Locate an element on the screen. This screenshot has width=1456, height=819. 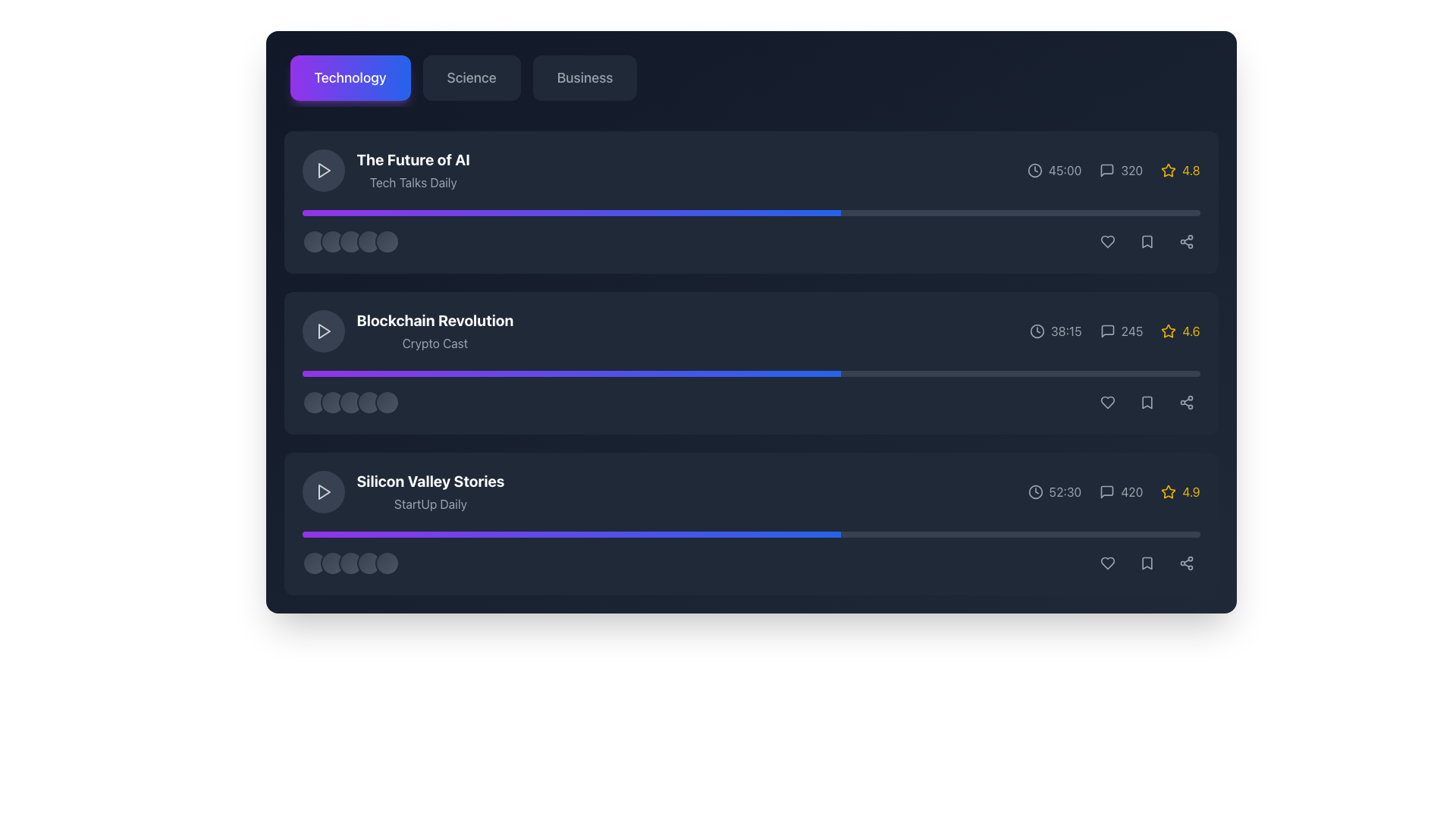
the heart icon button located in the second item of the action icon row is located at coordinates (1107, 241).